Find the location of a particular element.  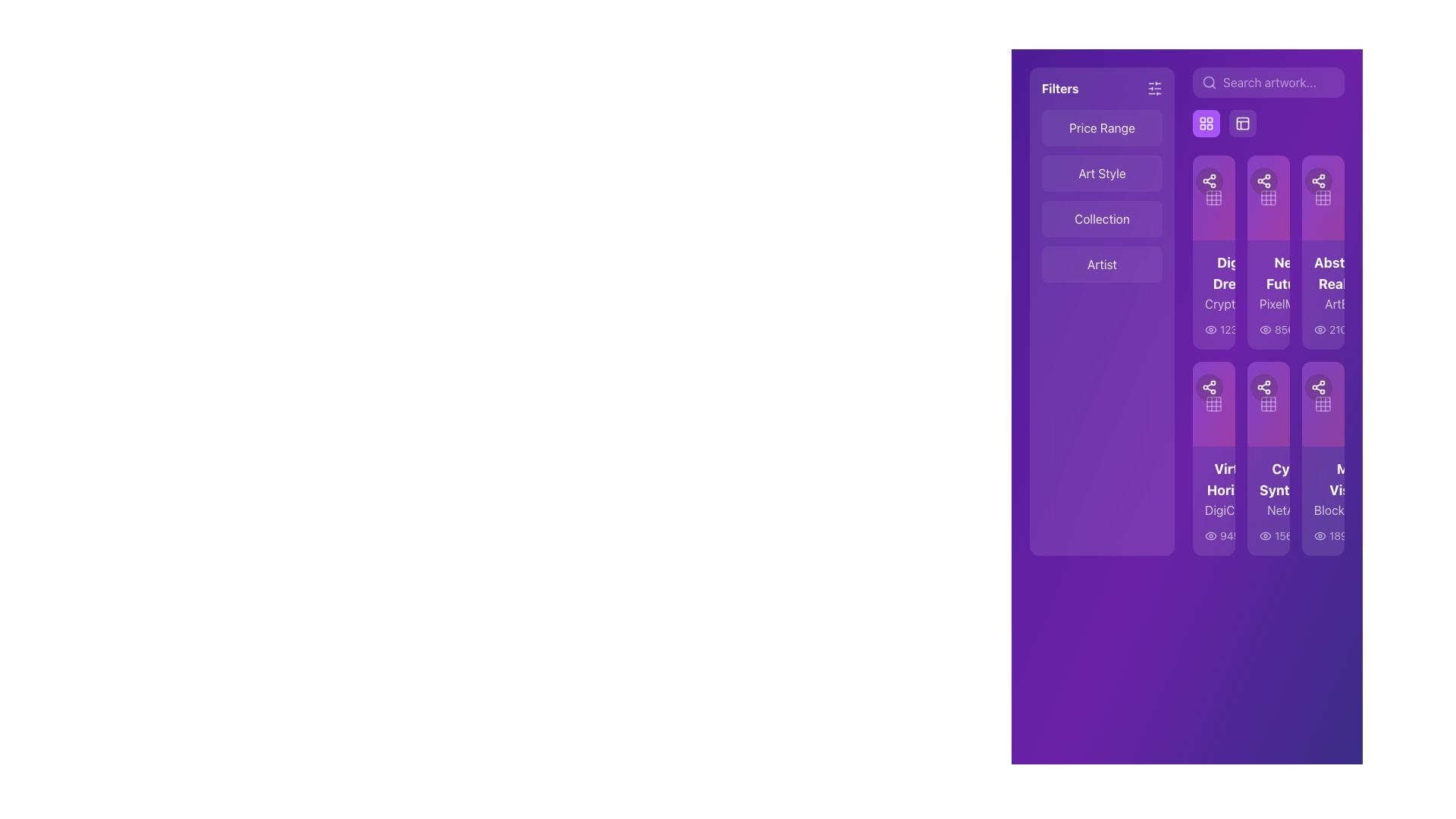

the eye icon located to the left of the numerical counter '856' in the sidebar section of the layout is located at coordinates (1266, 329).